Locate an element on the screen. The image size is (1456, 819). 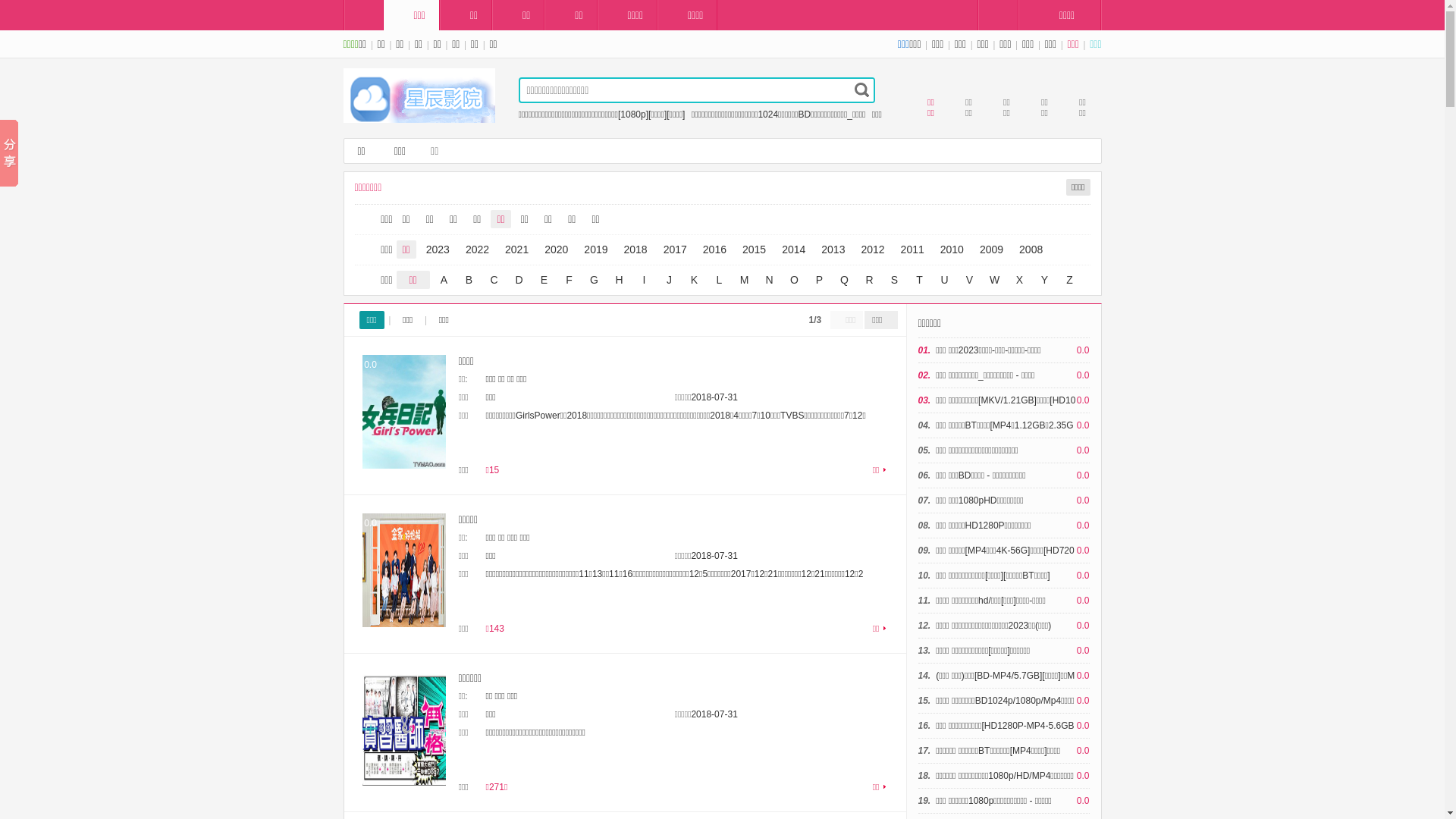
'T' is located at coordinates (908, 280).